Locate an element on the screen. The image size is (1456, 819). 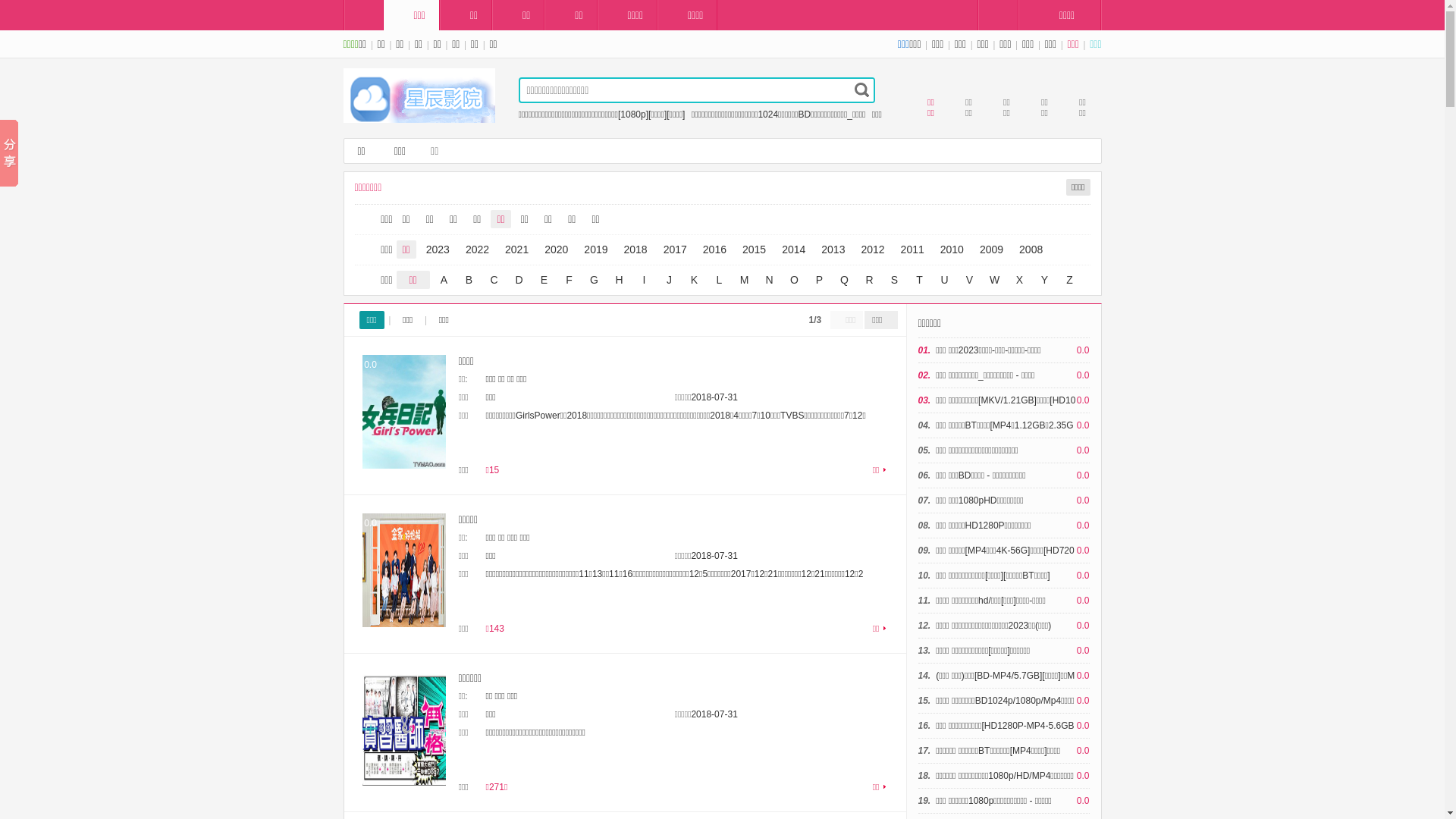
'T' is located at coordinates (908, 280).